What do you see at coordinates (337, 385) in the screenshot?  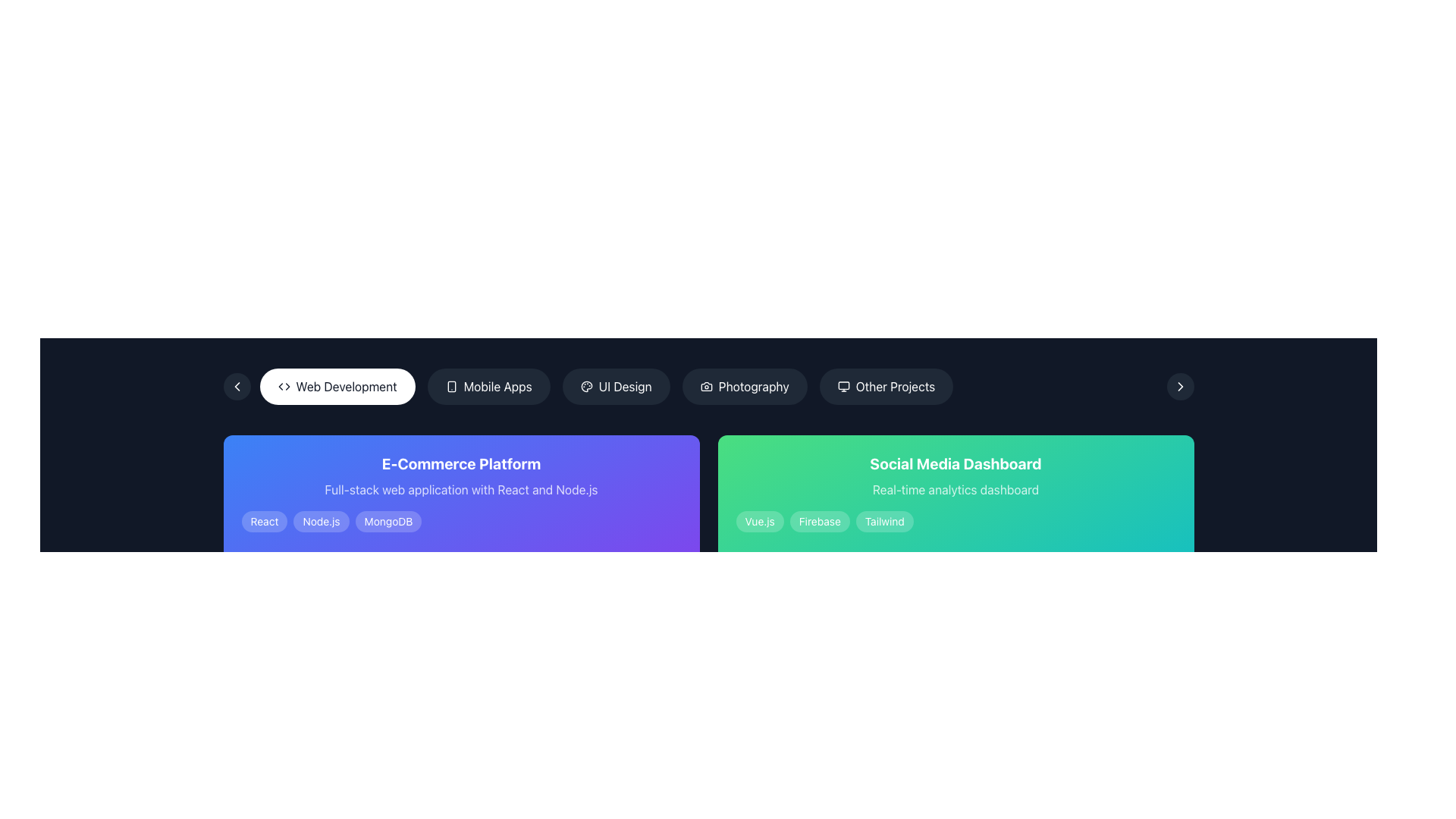 I see `the 'Web Development' button, which is styled with a white background and rounded corners` at bounding box center [337, 385].